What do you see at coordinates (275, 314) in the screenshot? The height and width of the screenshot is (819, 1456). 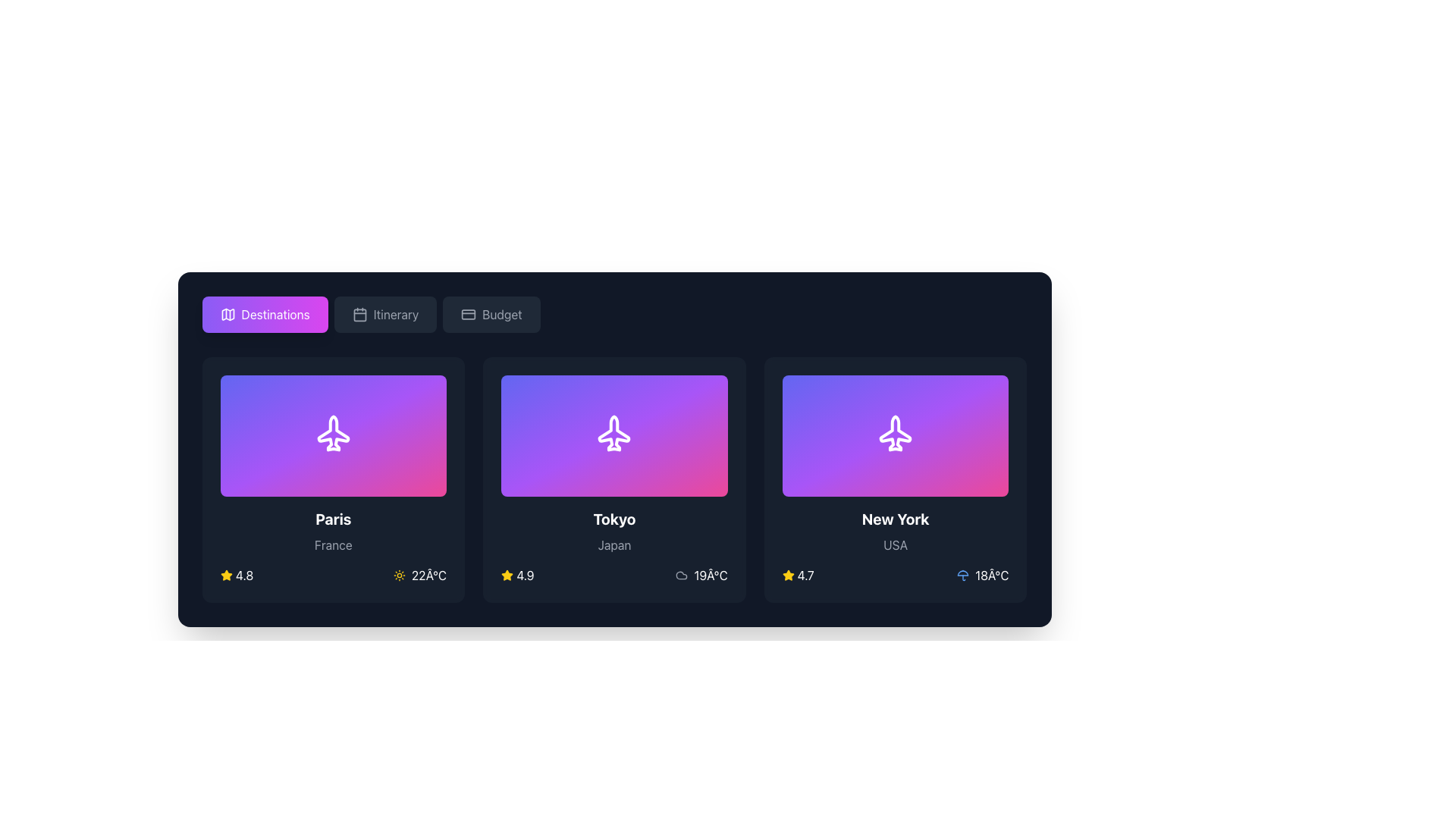 I see `the text label displaying 'Destinations', which has a gradient background and is located in the upper-left region of the application interface` at bounding box center [275, 314].